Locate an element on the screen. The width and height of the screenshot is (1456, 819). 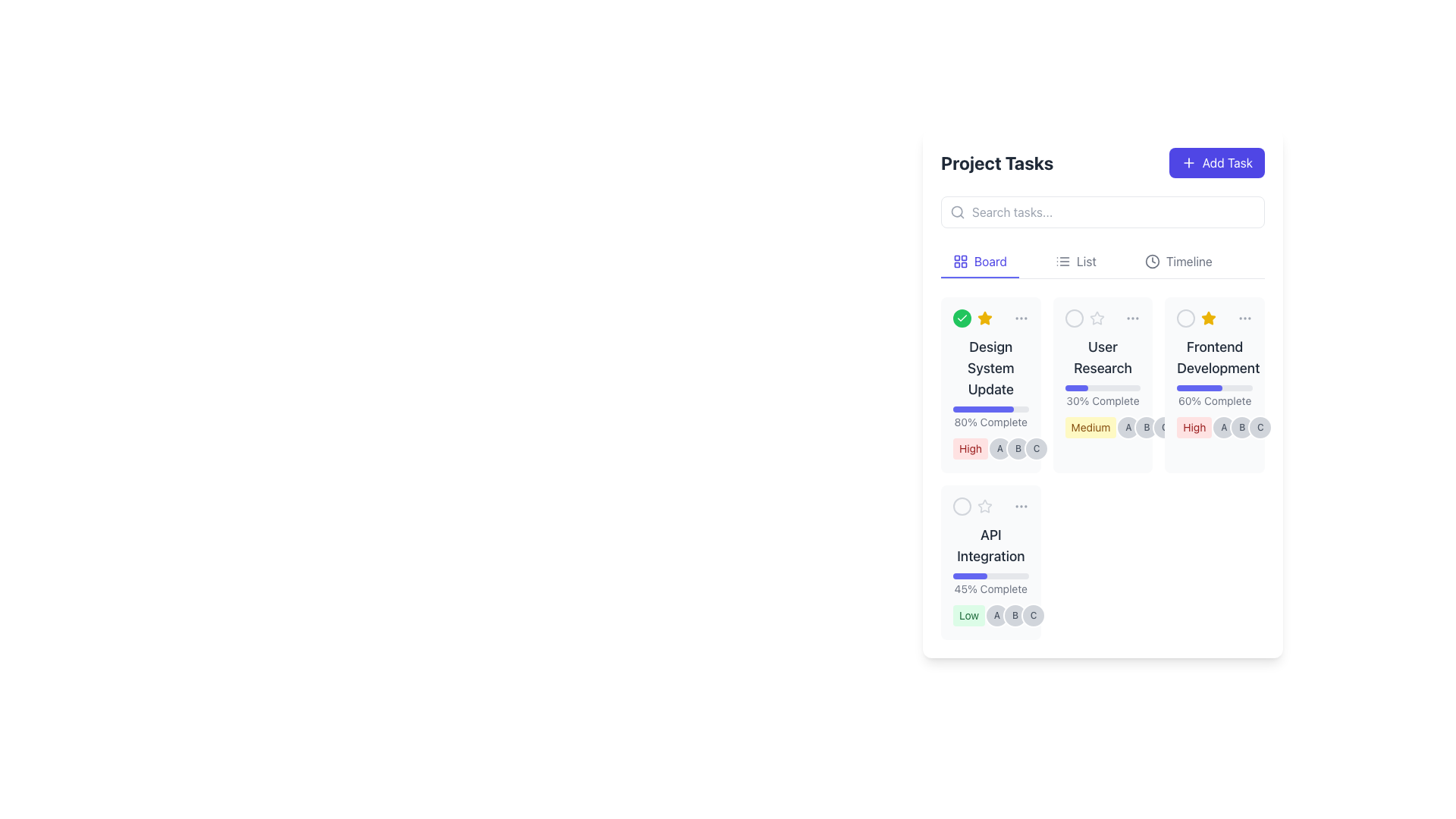
the progress is located at coordinates (1238, 388).